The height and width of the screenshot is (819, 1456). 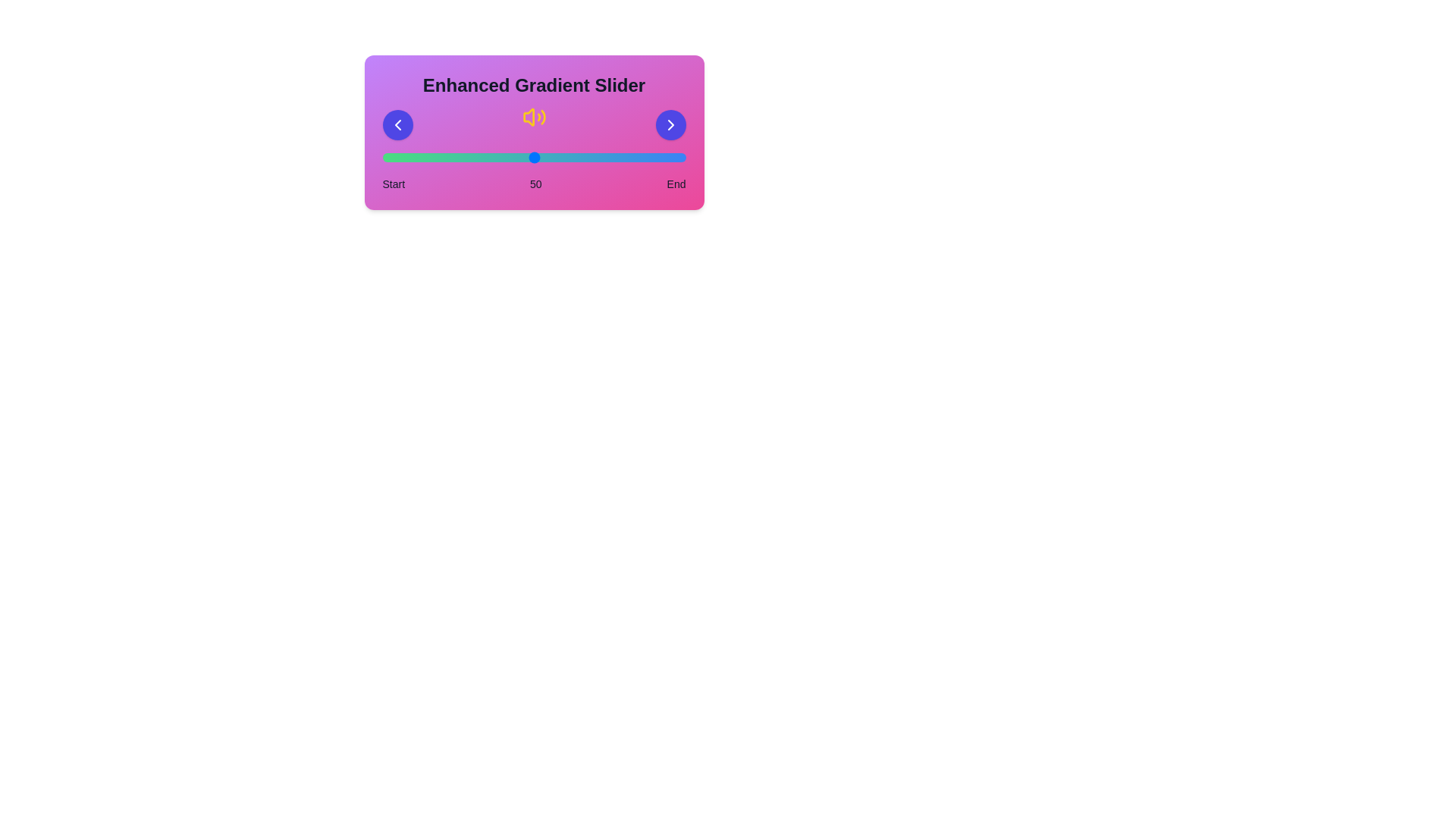 What do you see at coordinates (631, 158) in the screenshot?
I see `the slider to set the value to 82` at bounding box center [631, 158].